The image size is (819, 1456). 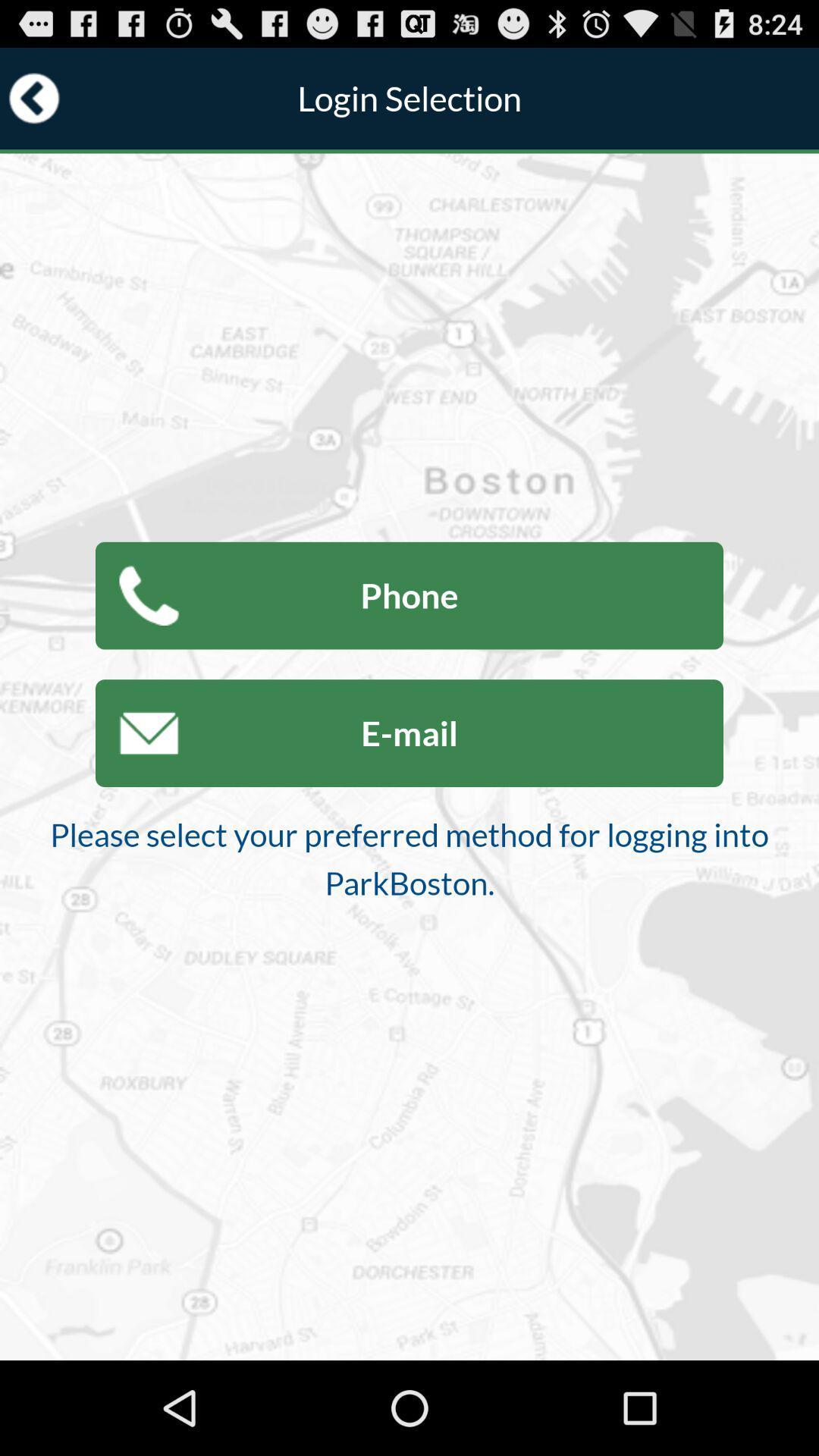 I want to click on the arrow_backward icon, so click(x=34, y=104).